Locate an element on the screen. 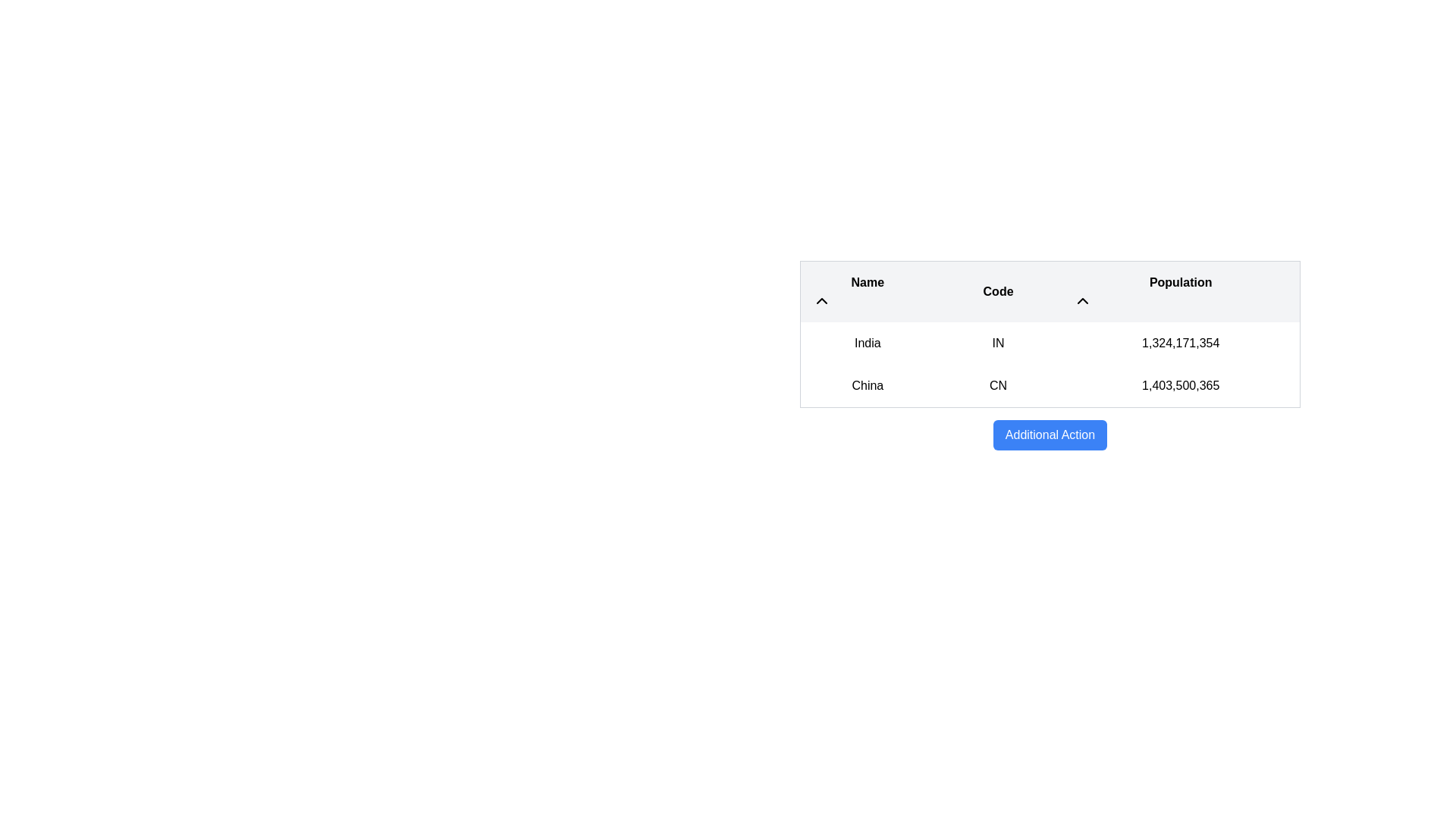 The height and width of the screenshot is (819, 1456). the sortable column header for the 'Population' column to sort the data is located at coordinates (1180, 291).